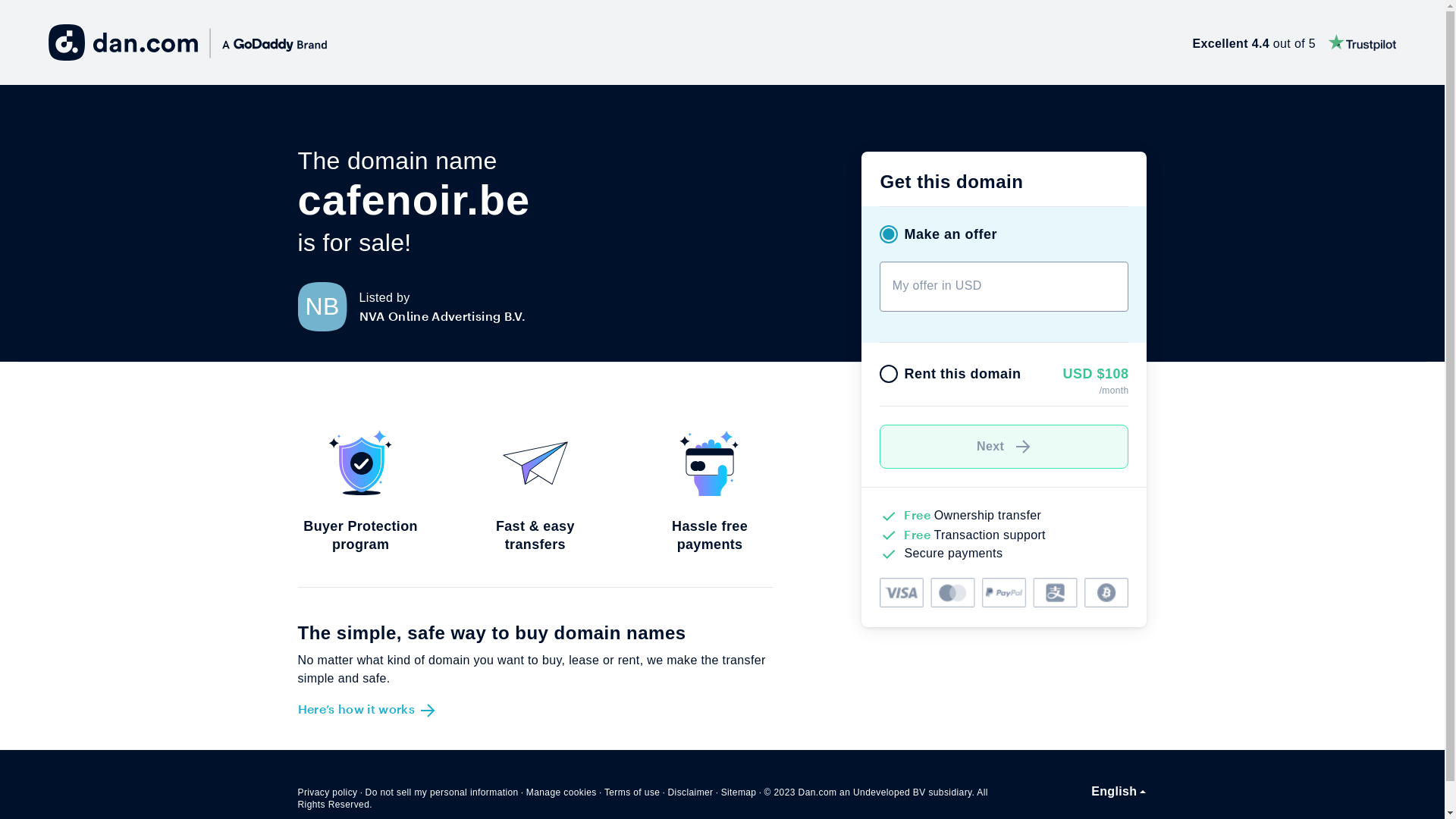  Describe the element at coordinates (1294, 42) in the screenshot. I see `'Excellent 4.4 out of 5'` at that location.